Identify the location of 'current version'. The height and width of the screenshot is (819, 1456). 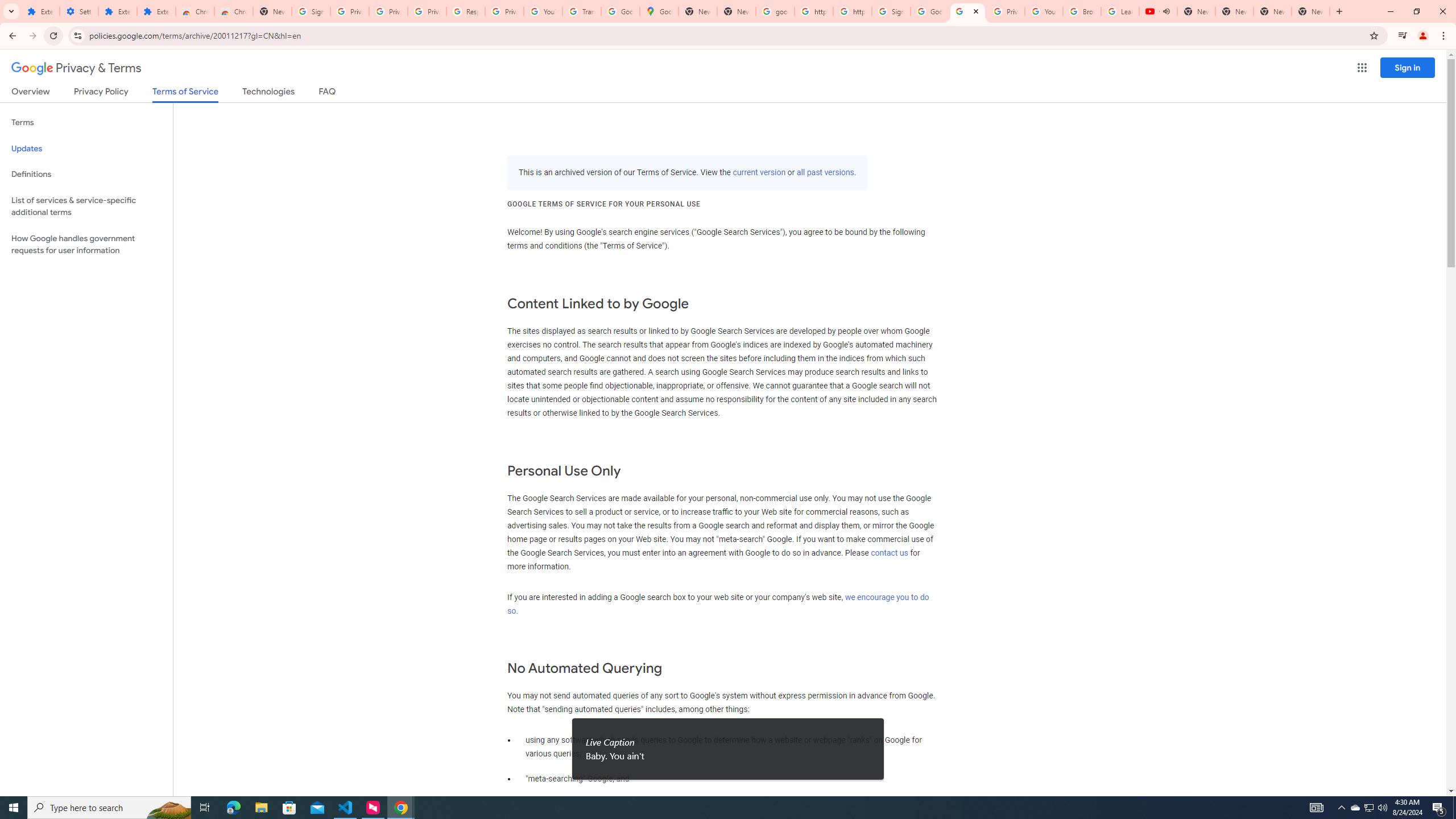
(759, 172).